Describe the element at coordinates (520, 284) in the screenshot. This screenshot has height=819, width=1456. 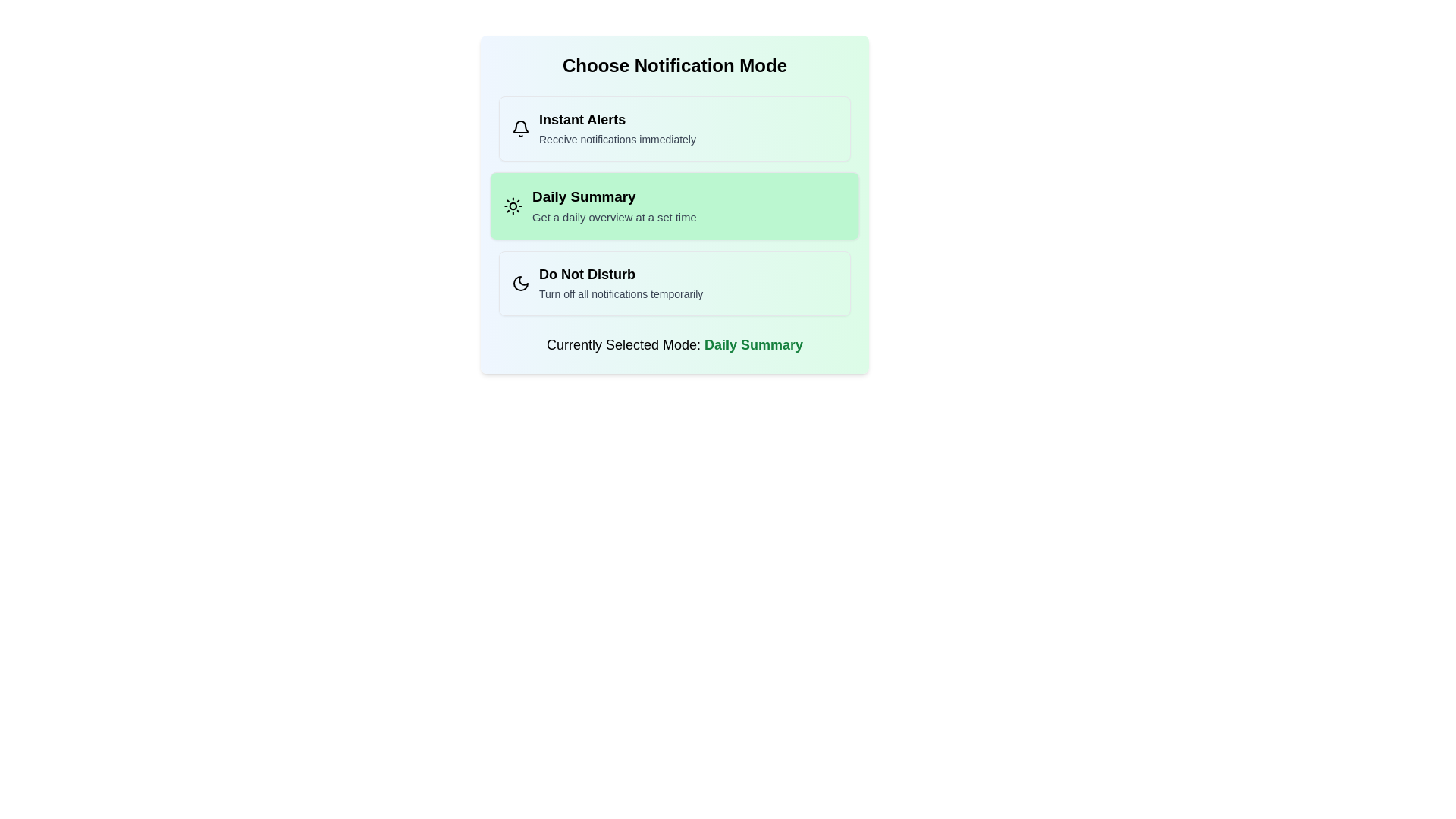
I see `the 'Do Not Disturb' icon located on the left side of the 'Do Not Disturb' option in the 'Choose Notification Mode' interface` at that location.